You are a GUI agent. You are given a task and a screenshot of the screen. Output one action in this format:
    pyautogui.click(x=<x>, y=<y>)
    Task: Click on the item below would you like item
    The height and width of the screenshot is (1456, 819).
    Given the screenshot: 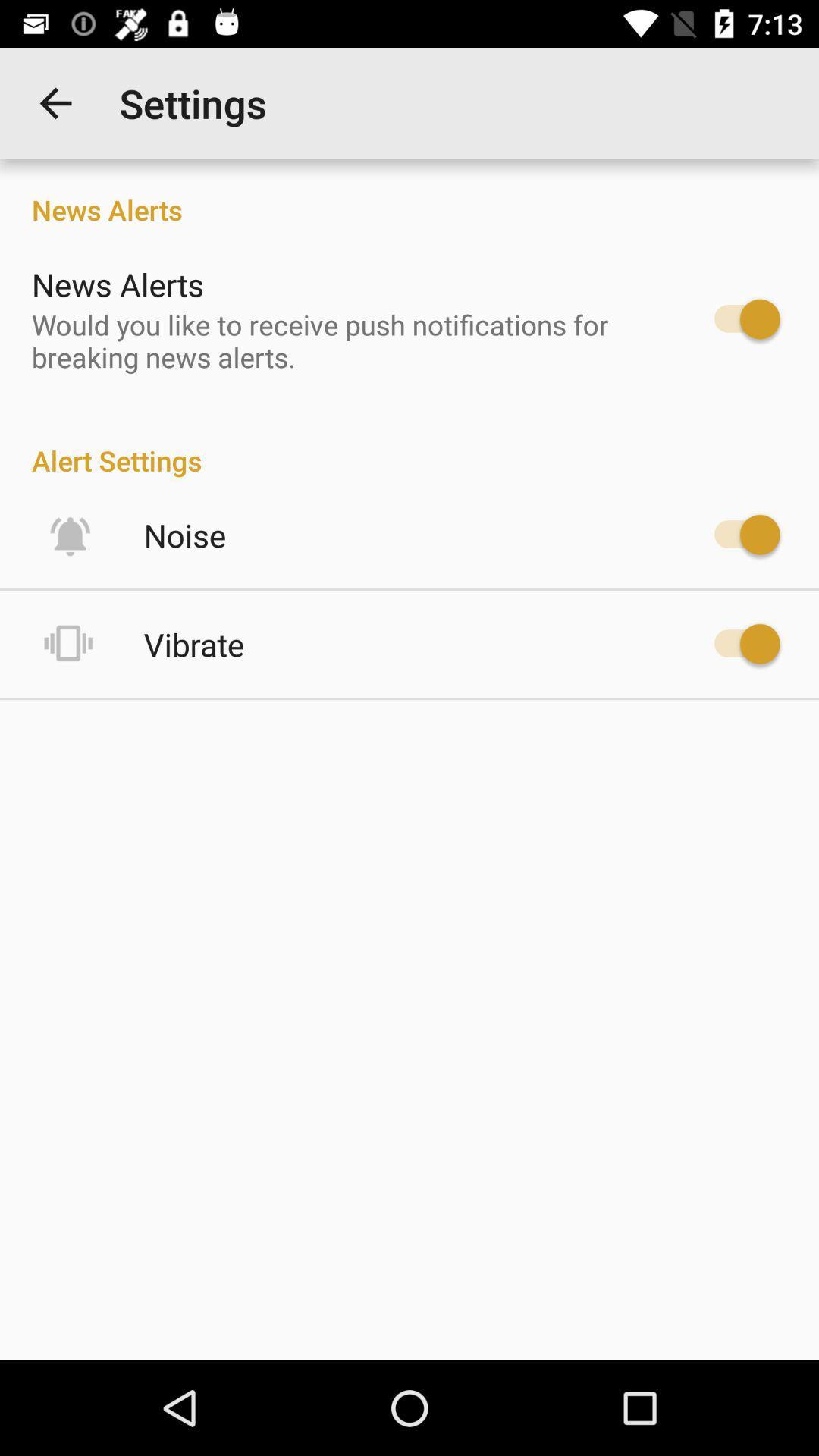 What is the action you would take?
    pyautogui.click(x=409, y=444)
    